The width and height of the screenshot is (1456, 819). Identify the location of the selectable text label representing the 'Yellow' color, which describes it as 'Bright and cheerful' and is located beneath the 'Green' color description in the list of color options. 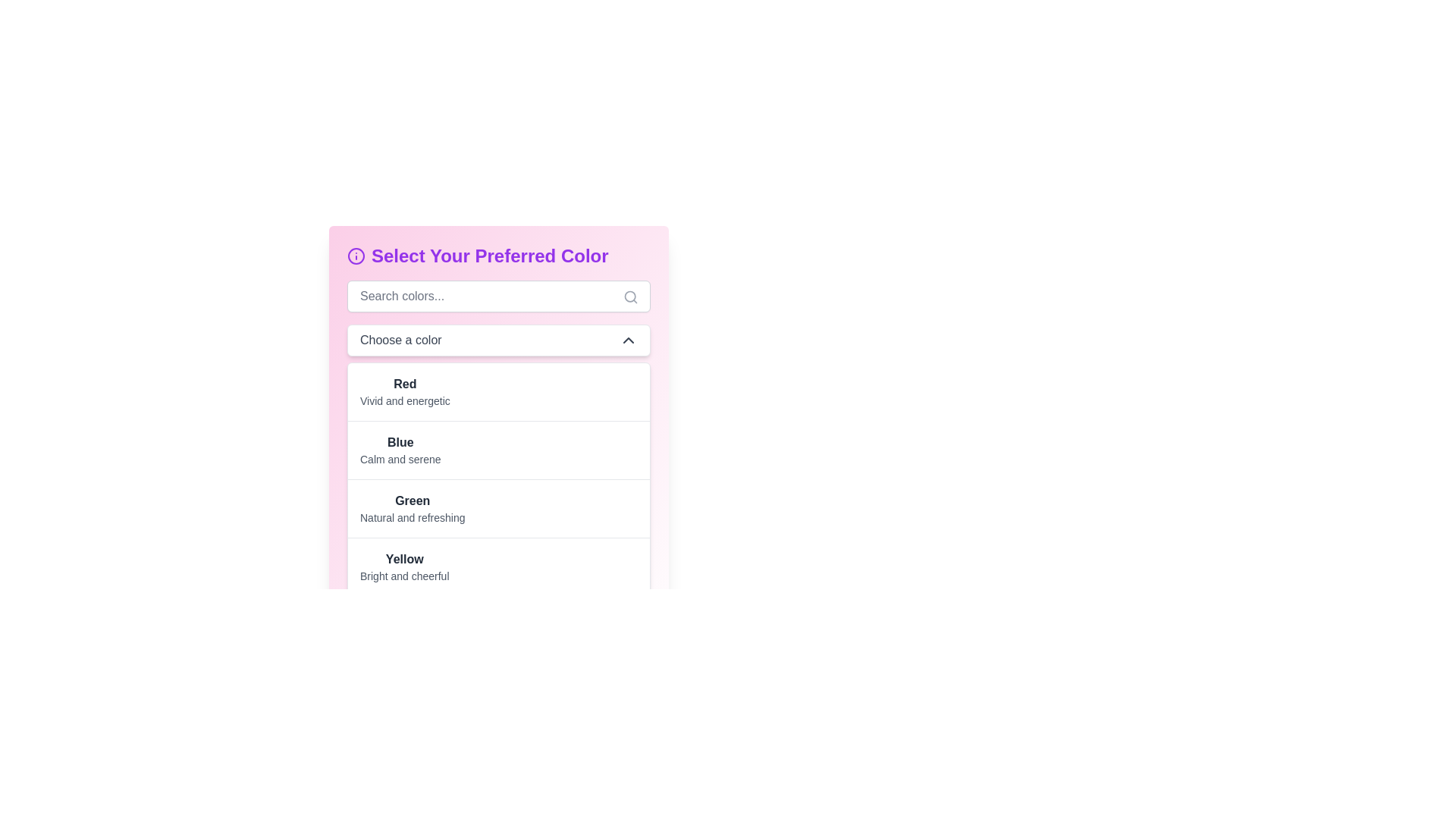
(404, 567).